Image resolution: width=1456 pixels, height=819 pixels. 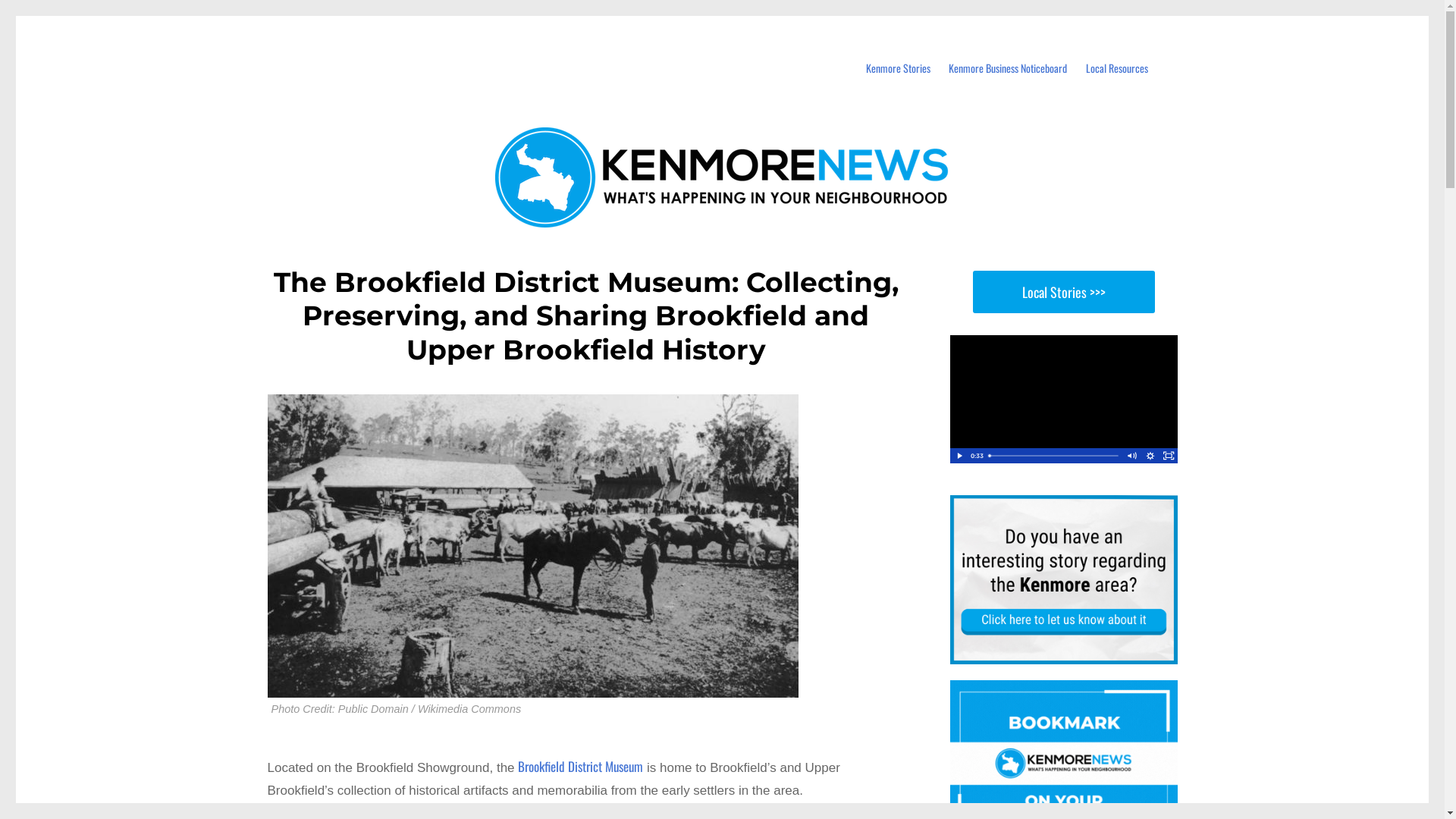 I want to click on 'Kenmore News', so click(x=354, y=44).